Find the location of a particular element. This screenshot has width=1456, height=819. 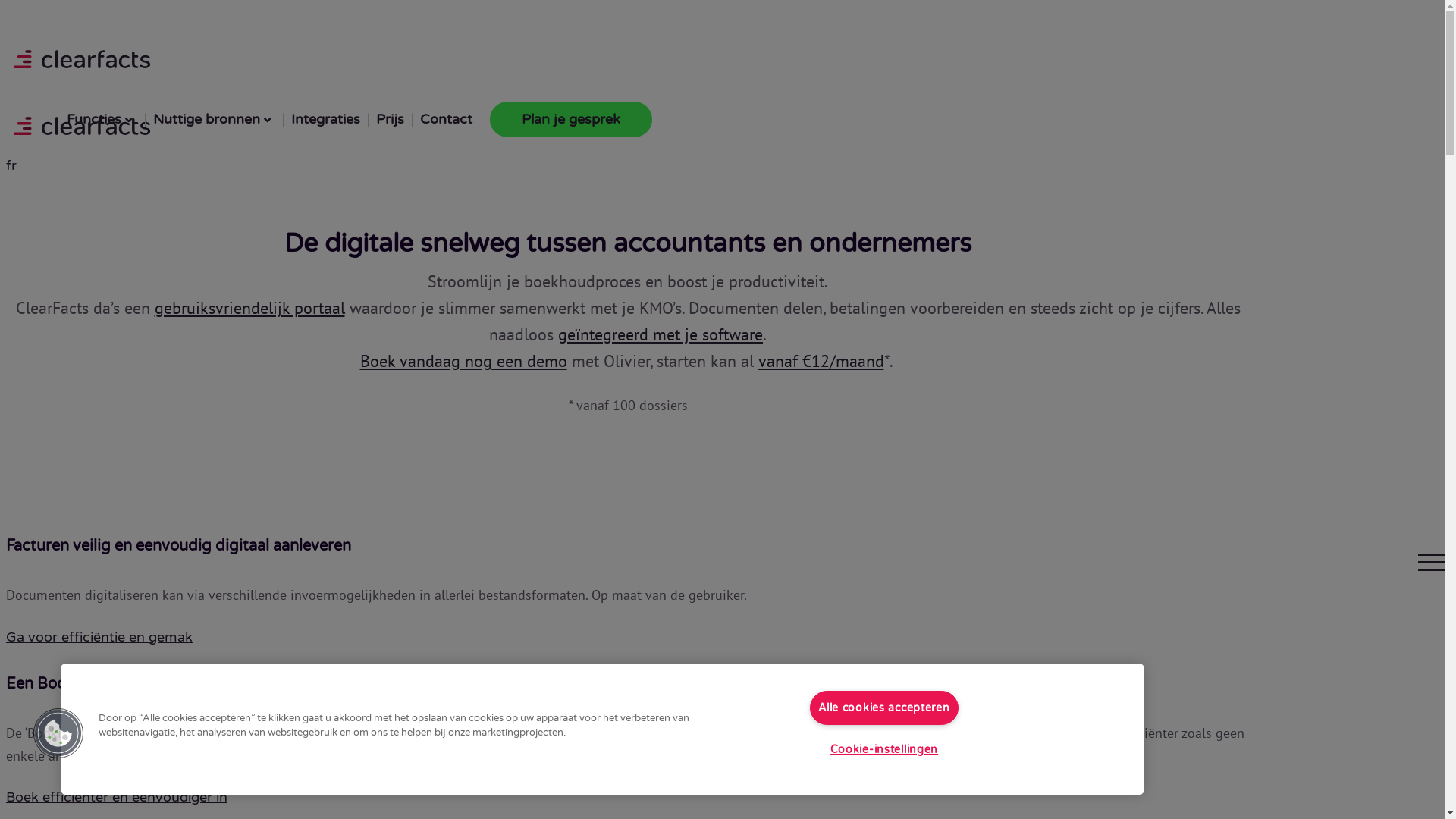

'fr' is located at coordinates (11, 165).